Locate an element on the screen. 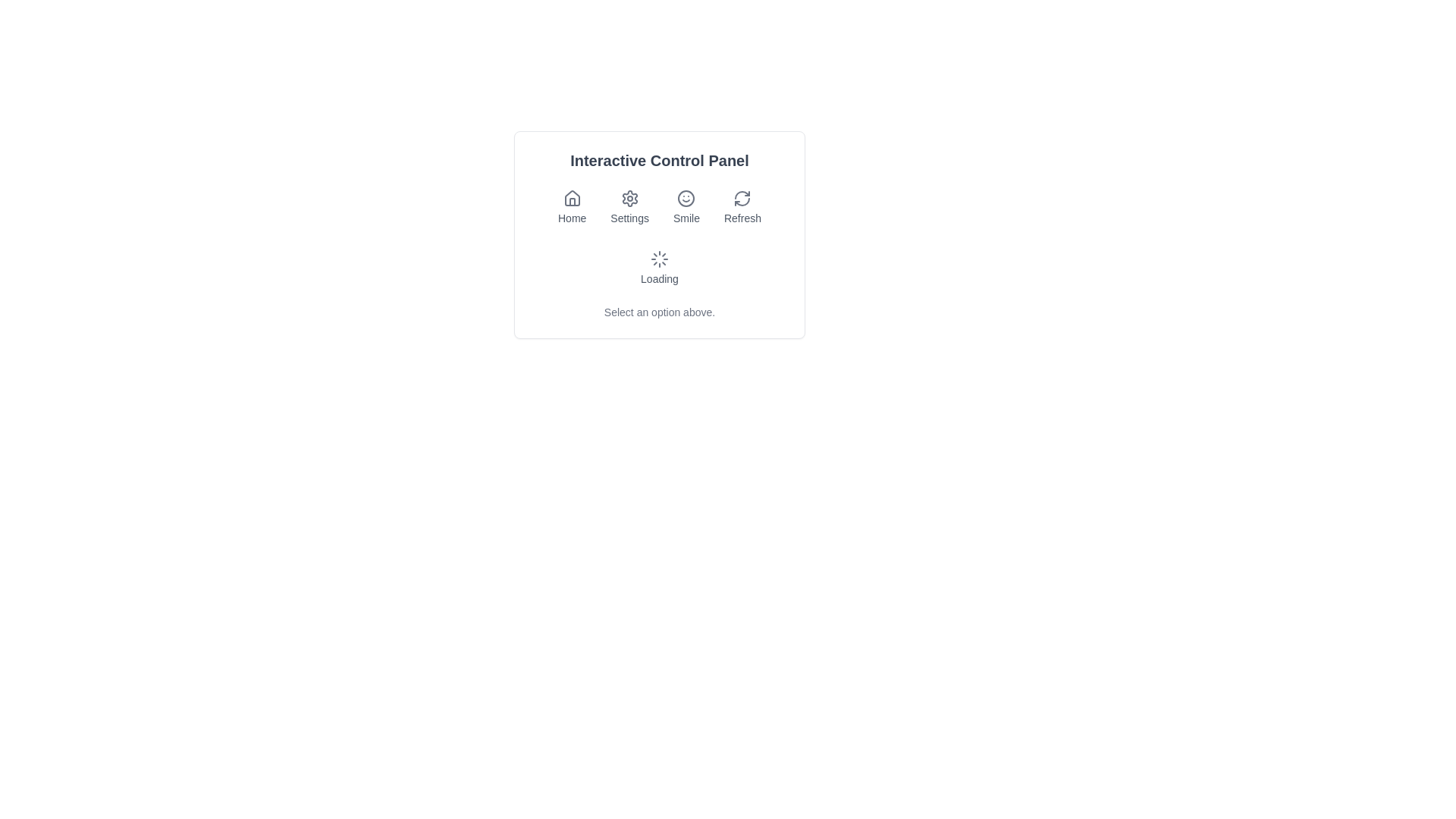 This screenshot has height=819, width=1456. the static text element that displays 'Select an option above.' which is positioned below the 'Loading' label in the interactive control panel is located at coordinates (659, 312).